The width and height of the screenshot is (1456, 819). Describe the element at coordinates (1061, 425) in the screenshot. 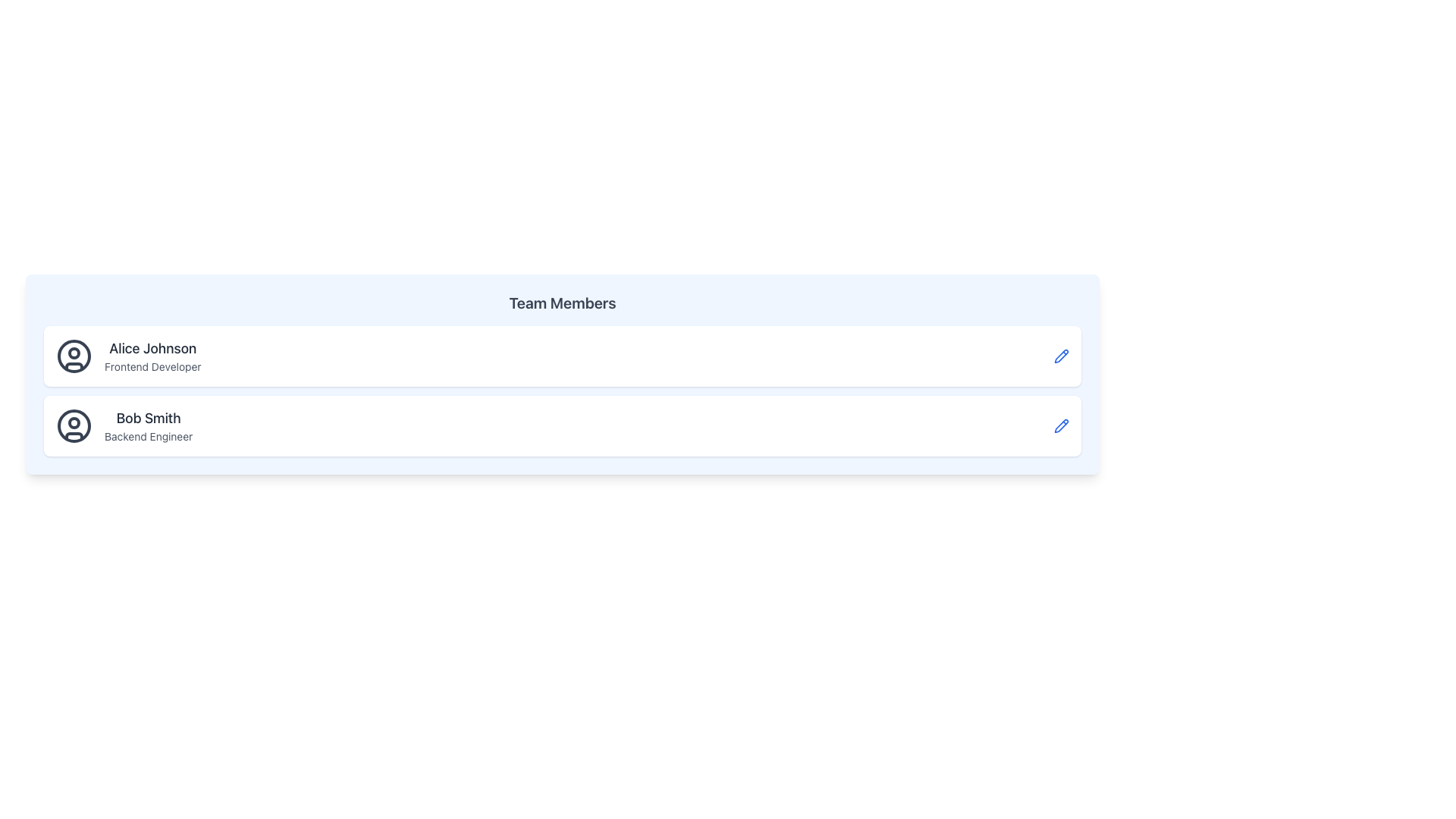

I see `the edit icon associated with 'Alice Johnson - Frontend Developer'` at that location.